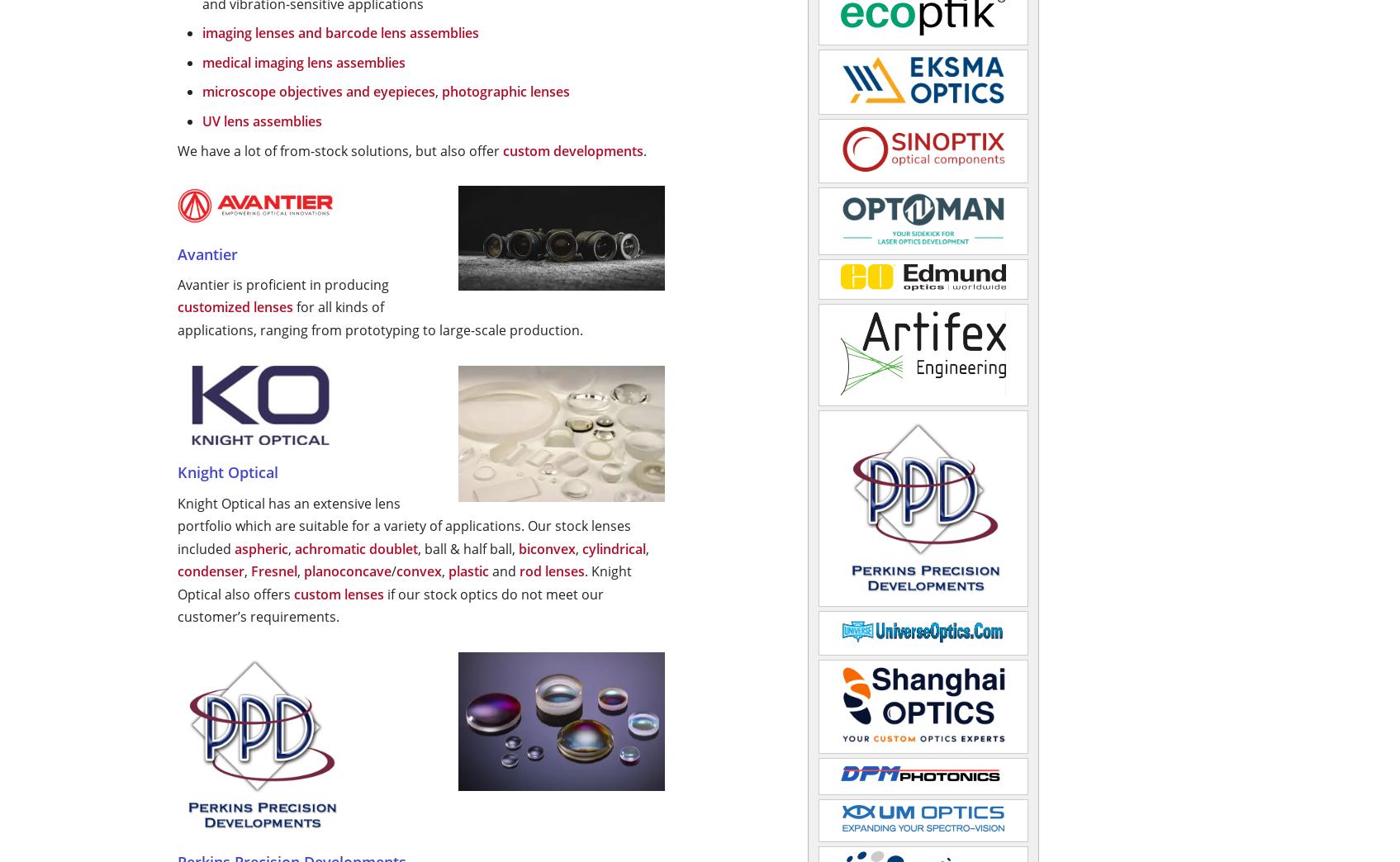  What do you see at coordinates (292, 594) in the screenshot?
I see `'custom lenses'` at bounding box center [292, 594].